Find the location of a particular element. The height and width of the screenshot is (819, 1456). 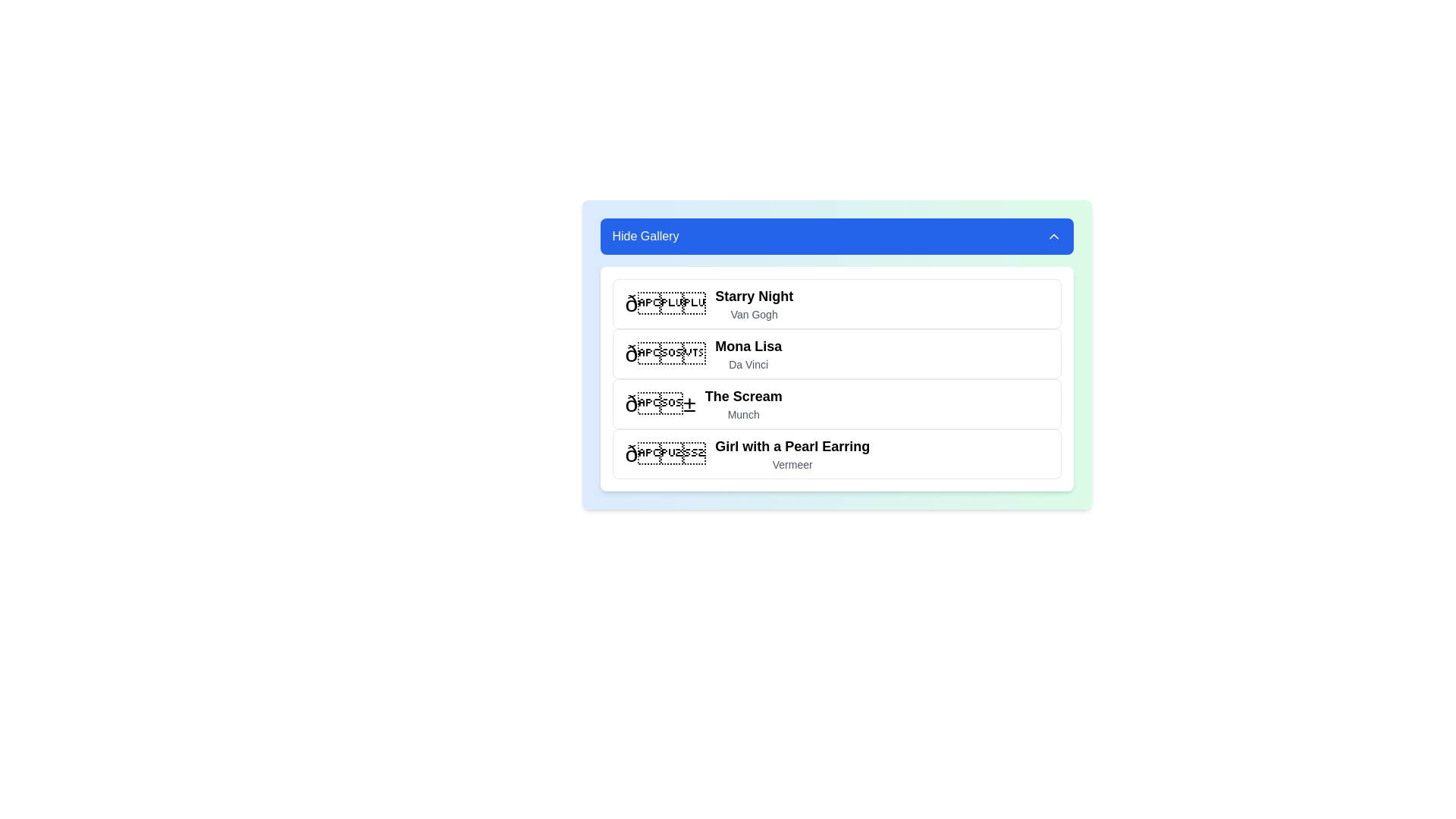

the selectable text label with icon for 'Girl with a Pearl Earring' is located at coordinates (747, 453).